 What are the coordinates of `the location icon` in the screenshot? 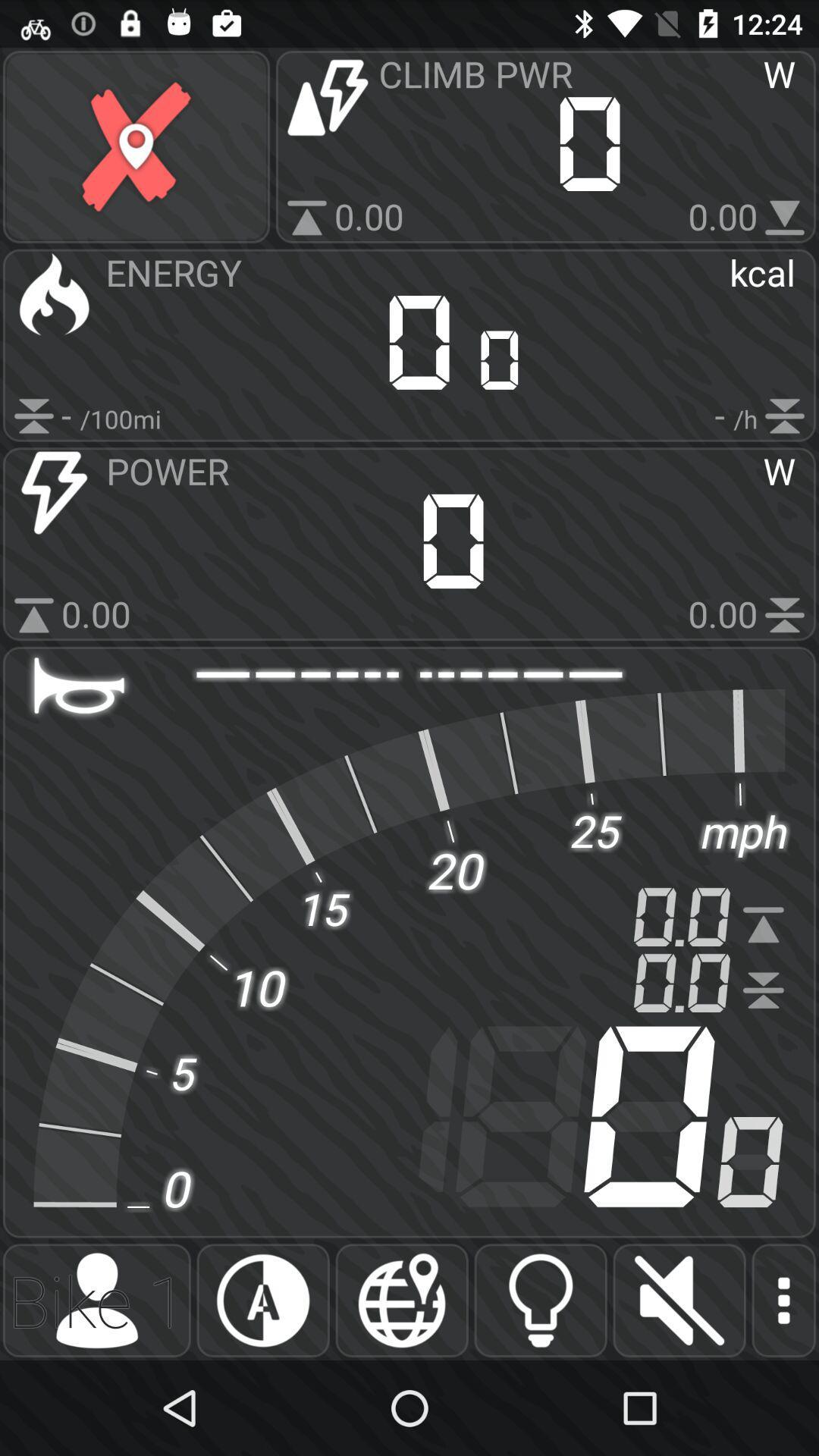 It's located at (401, 1300).